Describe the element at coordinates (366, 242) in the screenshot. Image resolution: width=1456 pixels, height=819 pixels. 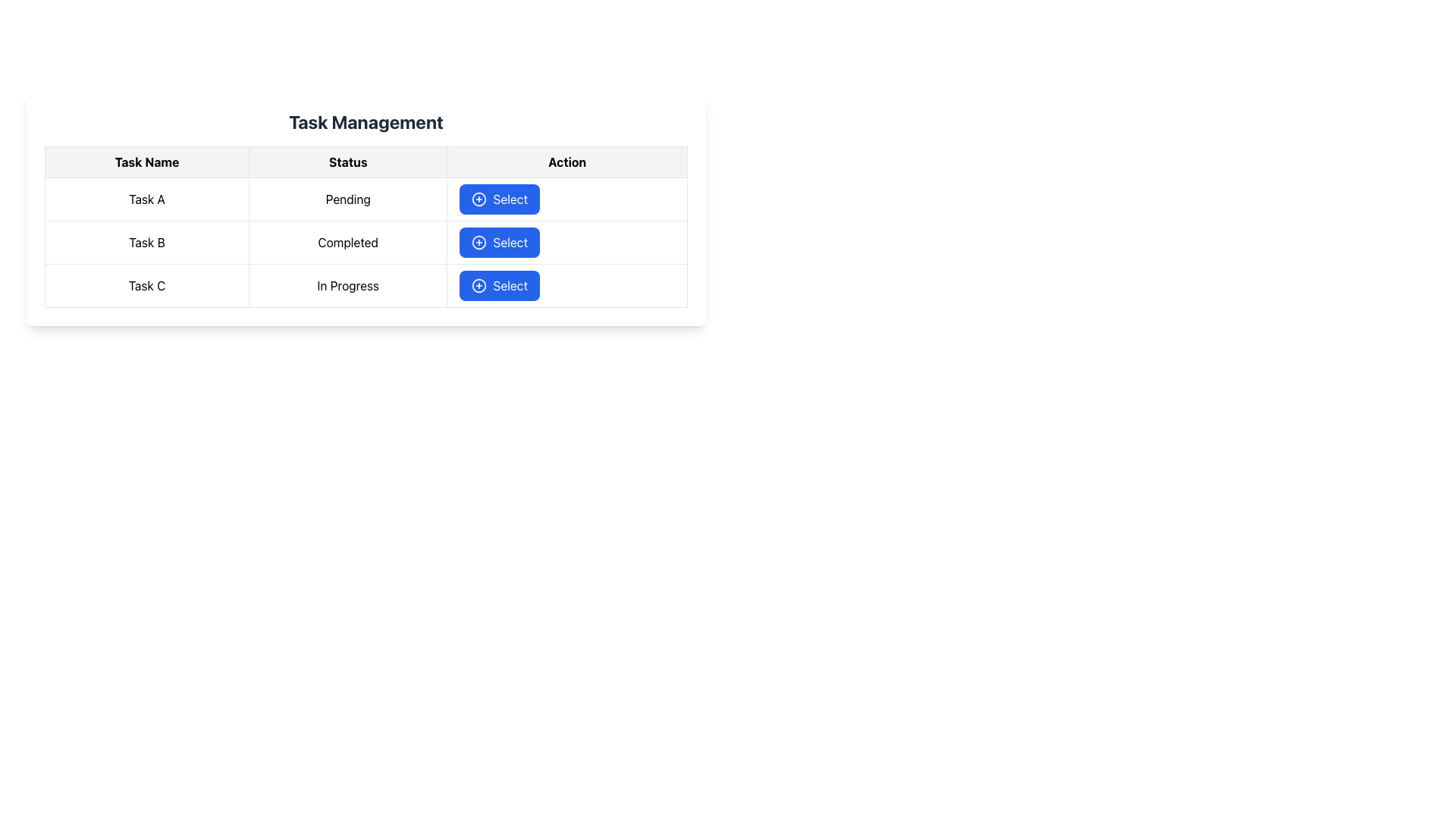
I see `a row` at that location.